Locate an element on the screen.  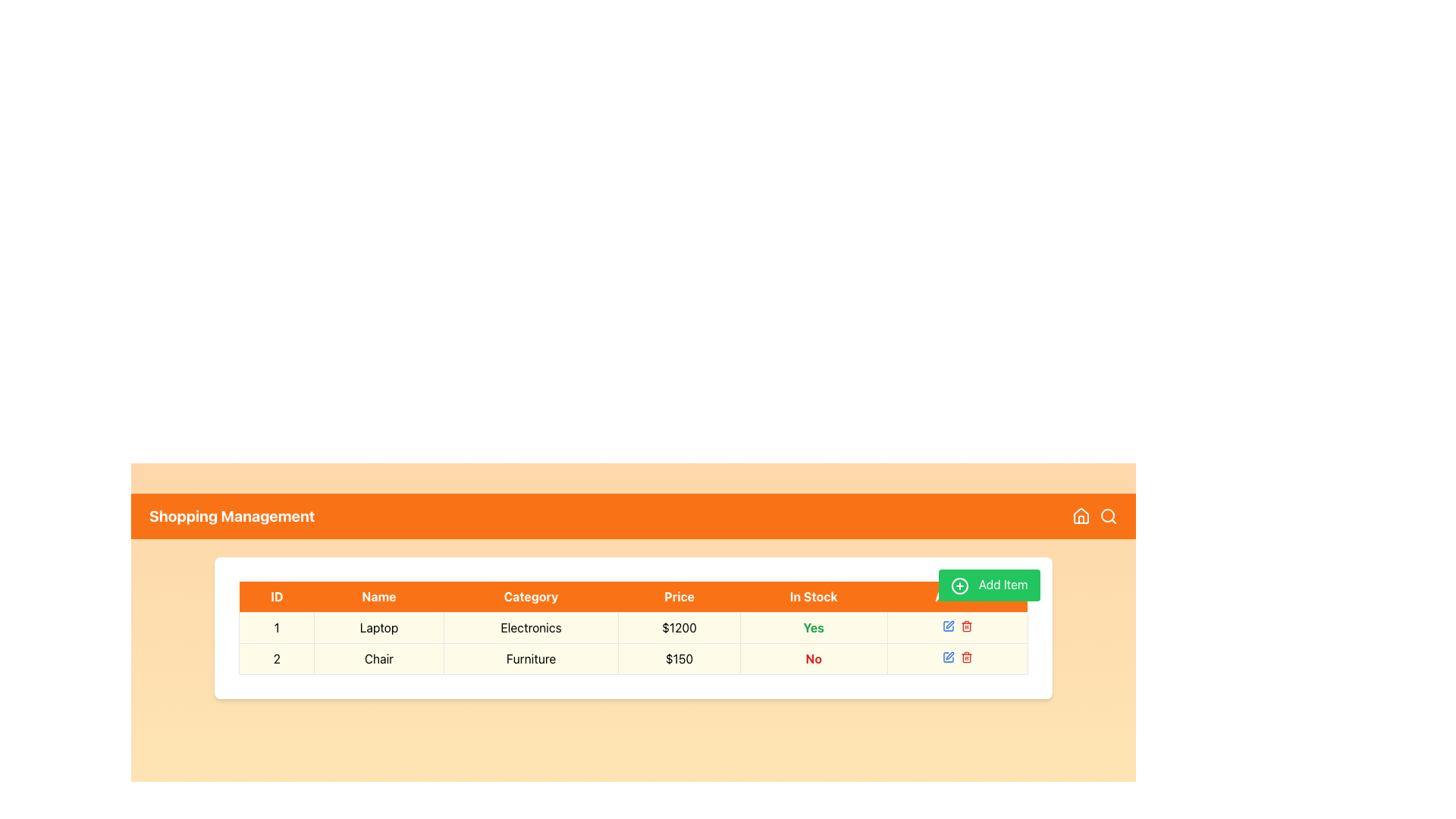
the icon associated with the 'Add Item' button located at the top right of the table is located at coordinates (959, 585).